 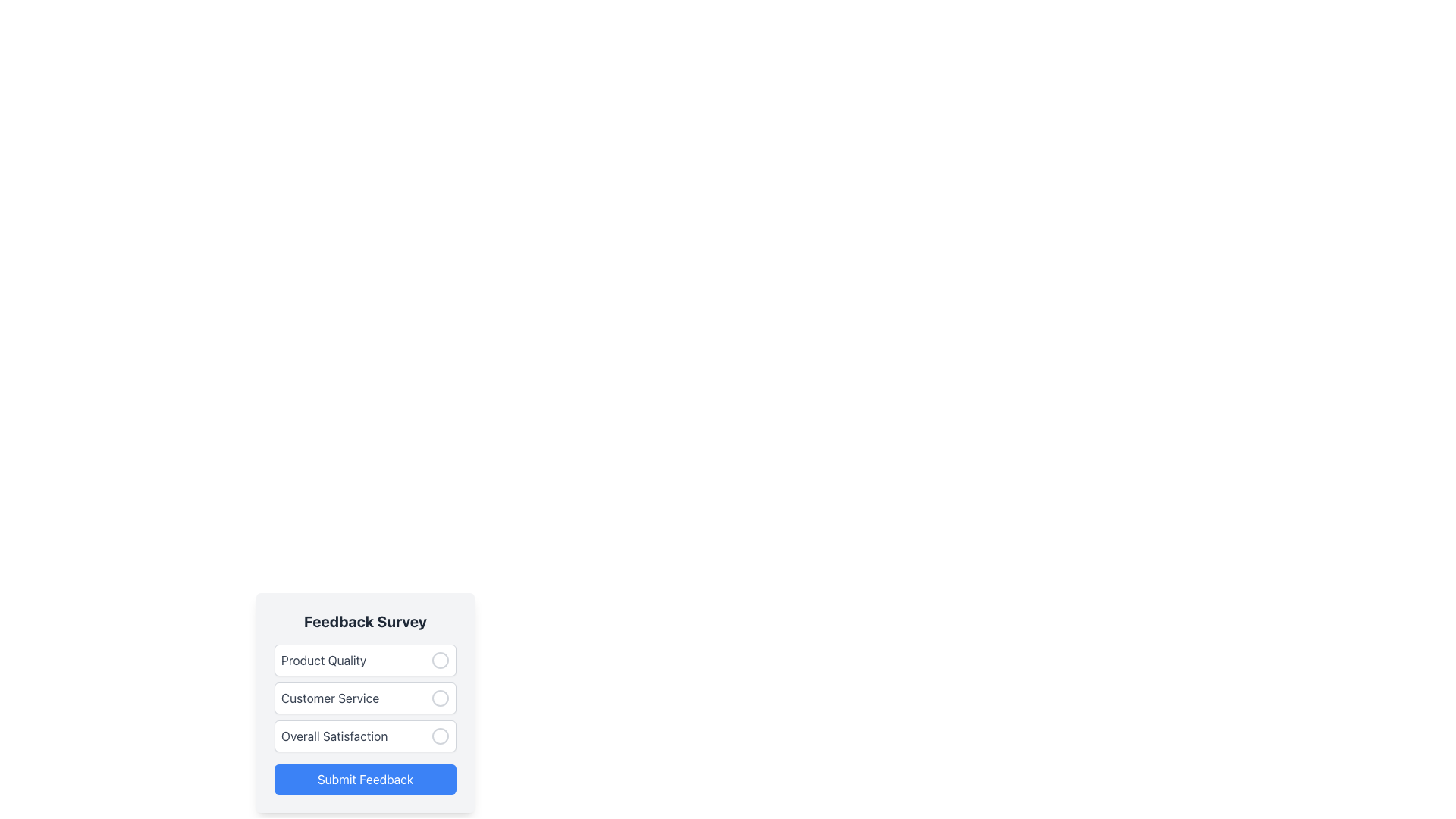 I want to click on the third selectable list item for 'Overall Satisfaction' in the 'Feedback Survey' section, so click(x=365, y=736).